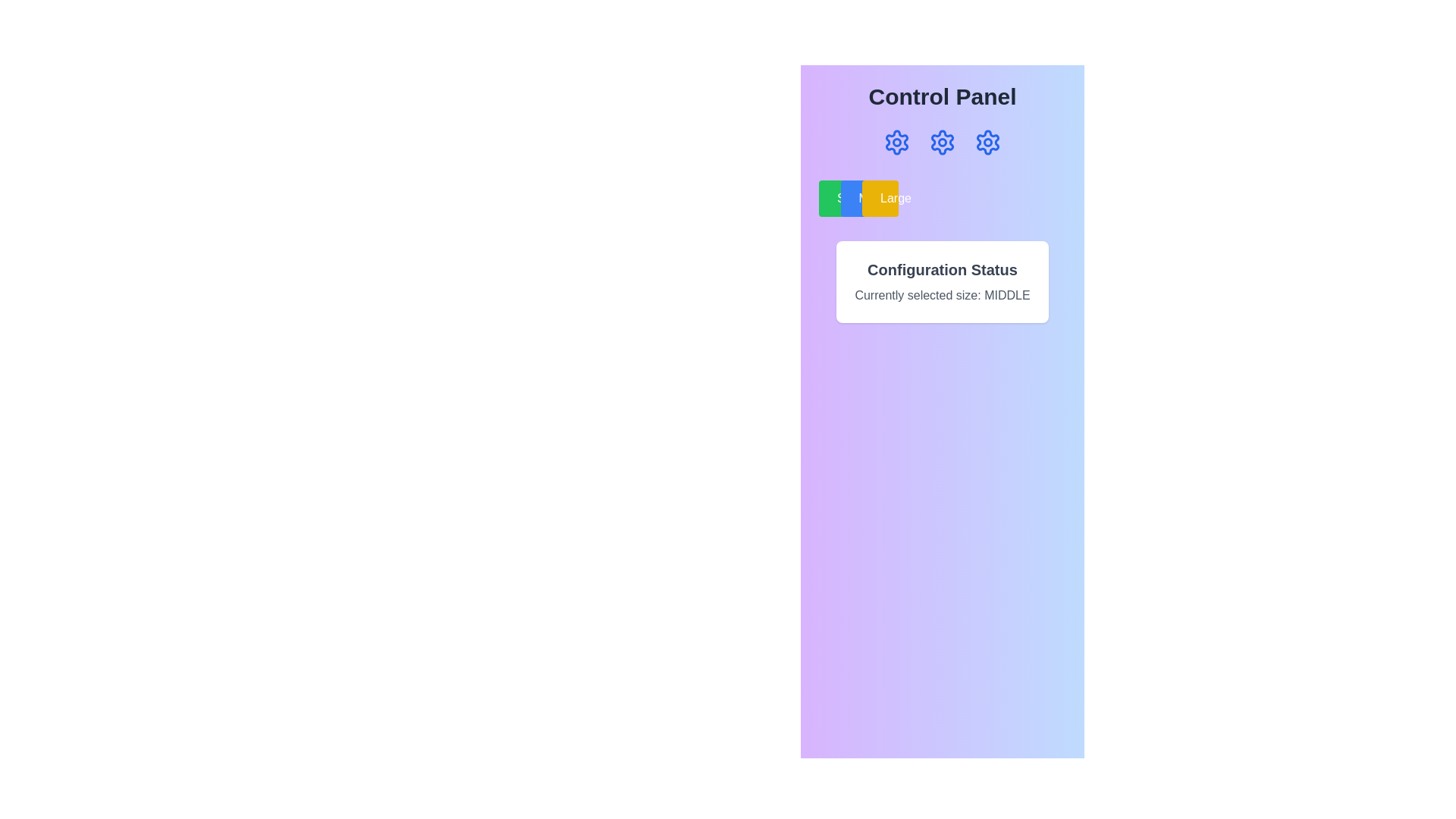 The image size is (1456, 819). Describe the element at coordinates (942, 143) in the screenshot. I see `the blue settings icon, which is a cogwheel shape and the second in a horizontal group of three icons` at that location.